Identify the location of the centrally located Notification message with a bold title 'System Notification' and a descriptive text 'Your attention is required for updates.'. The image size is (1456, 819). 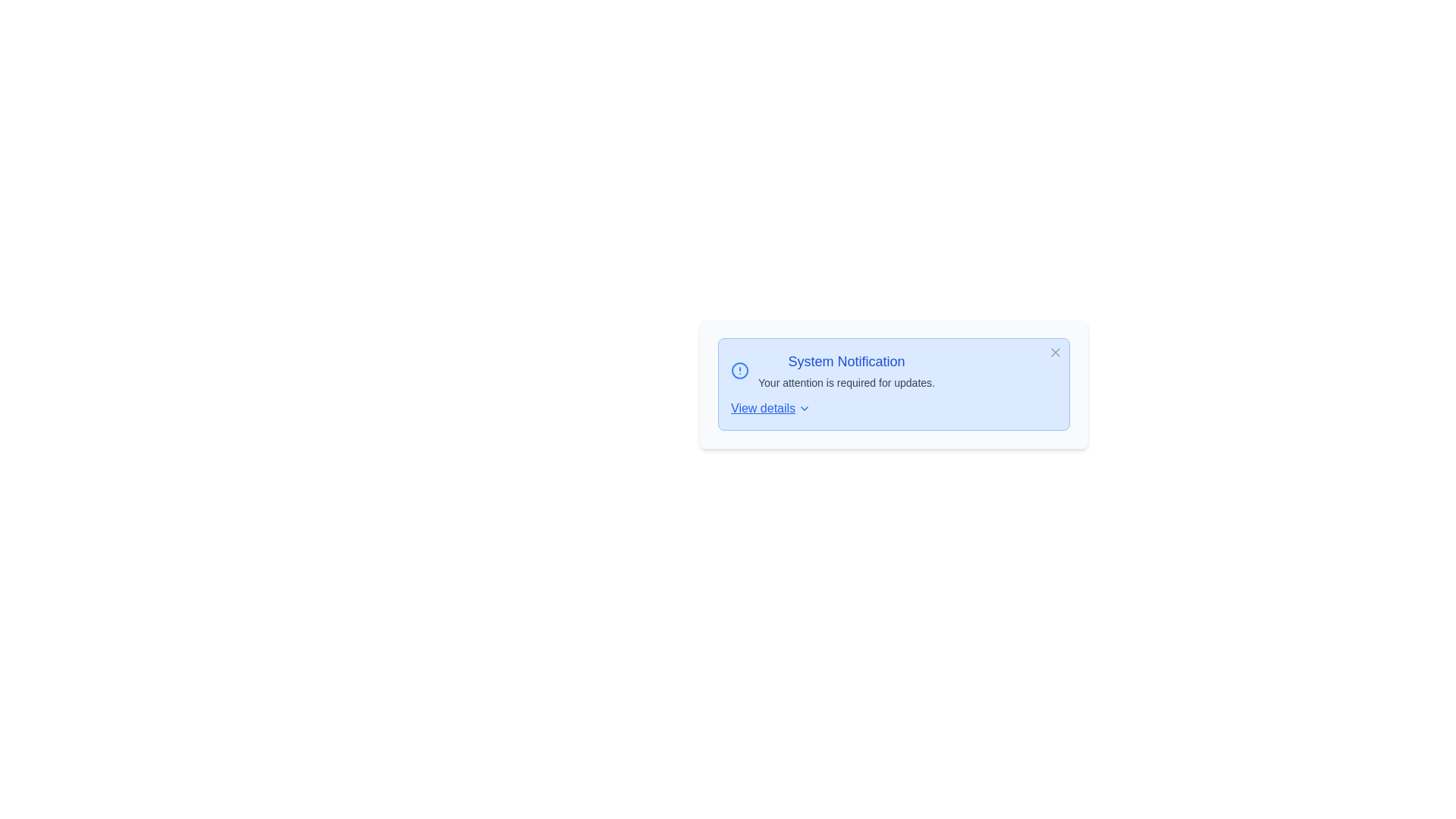
(894, 371).